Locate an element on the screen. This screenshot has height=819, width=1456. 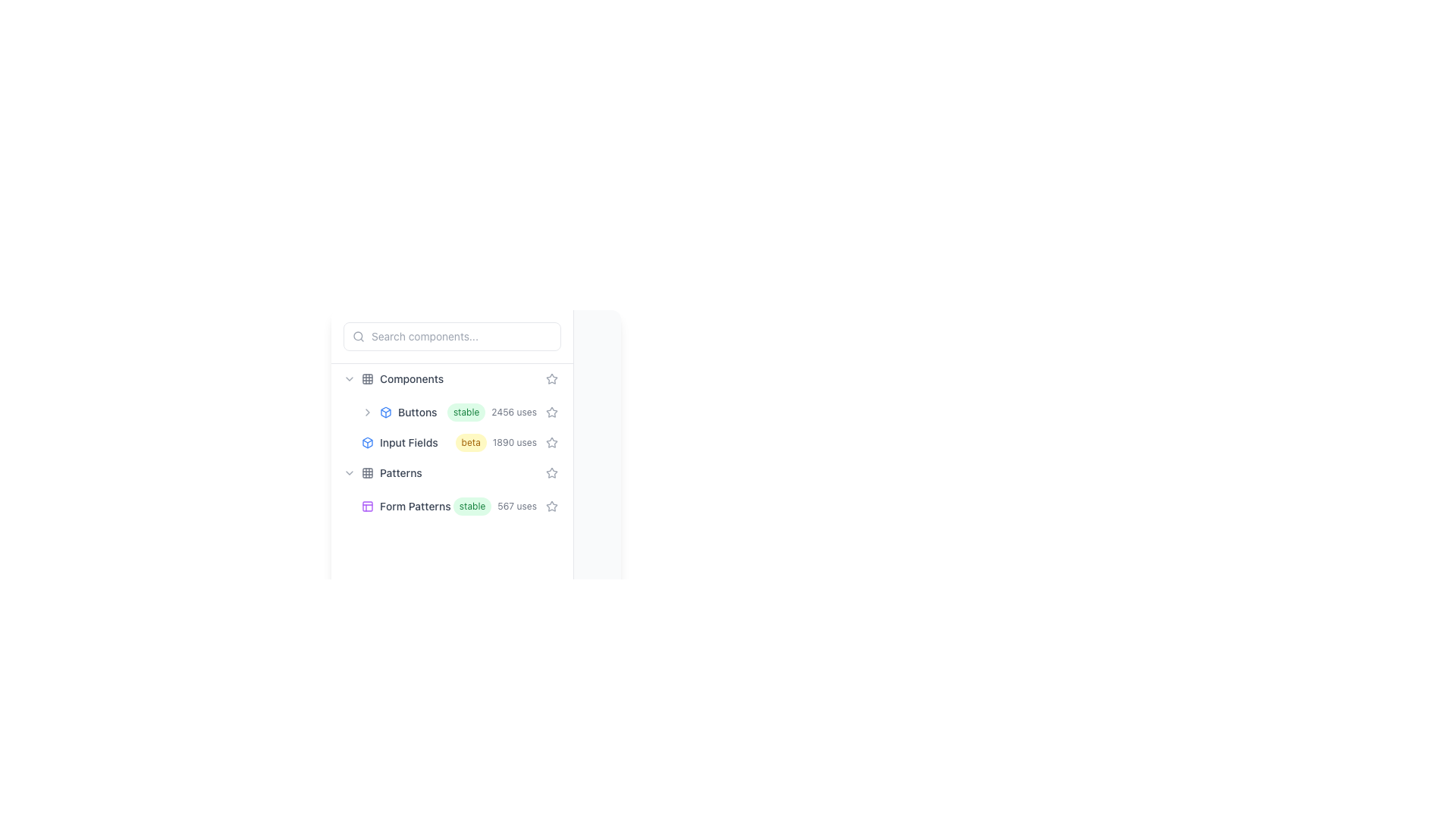
the arrow icon located to the left of the 'Buttons' text is located at coordinates (367, 412).